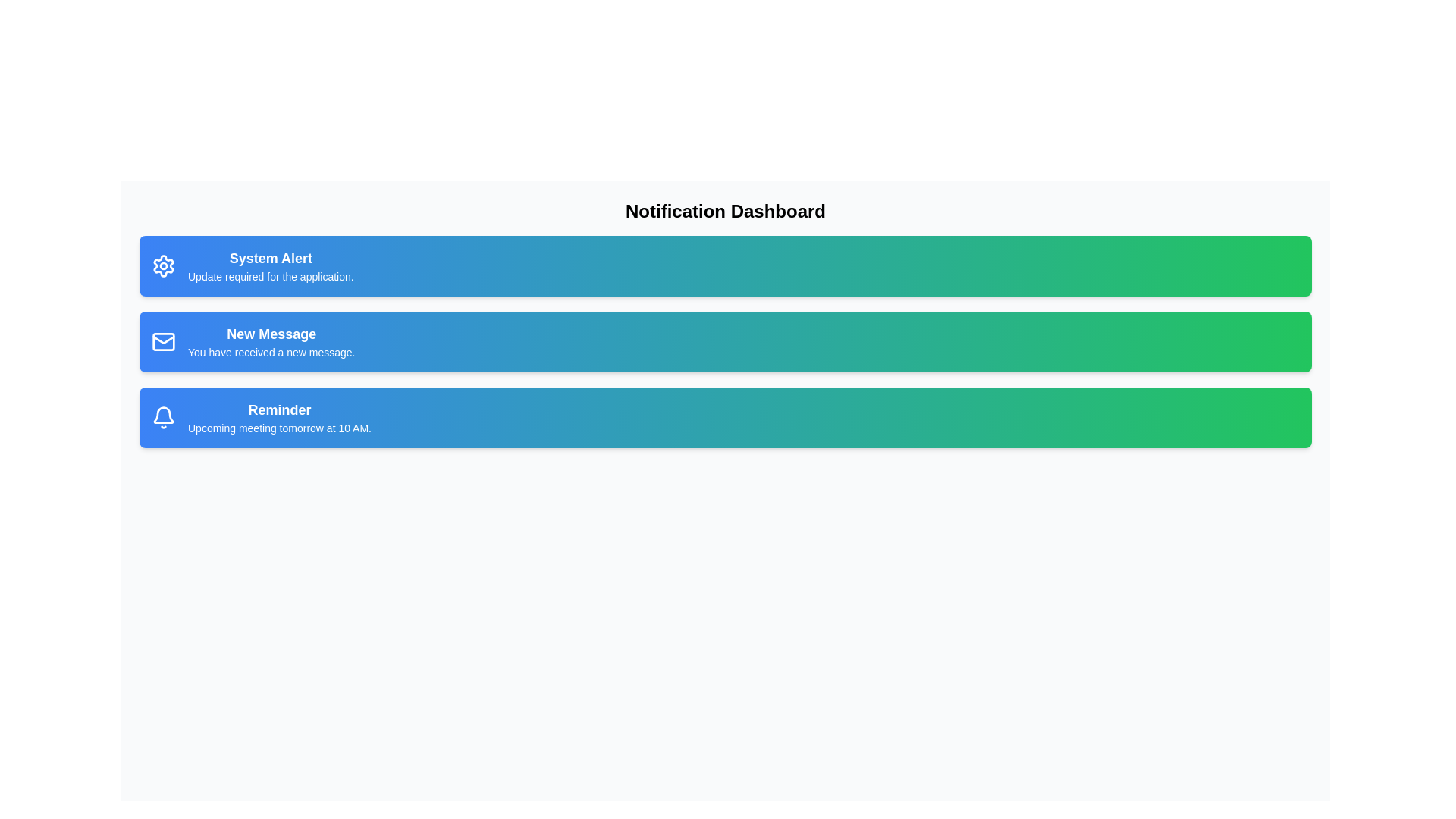 The image size is (1456, 819). Describe the element at coordinates (724, 418) in the screenshot. I see `the notification card for Reminder` at that location.